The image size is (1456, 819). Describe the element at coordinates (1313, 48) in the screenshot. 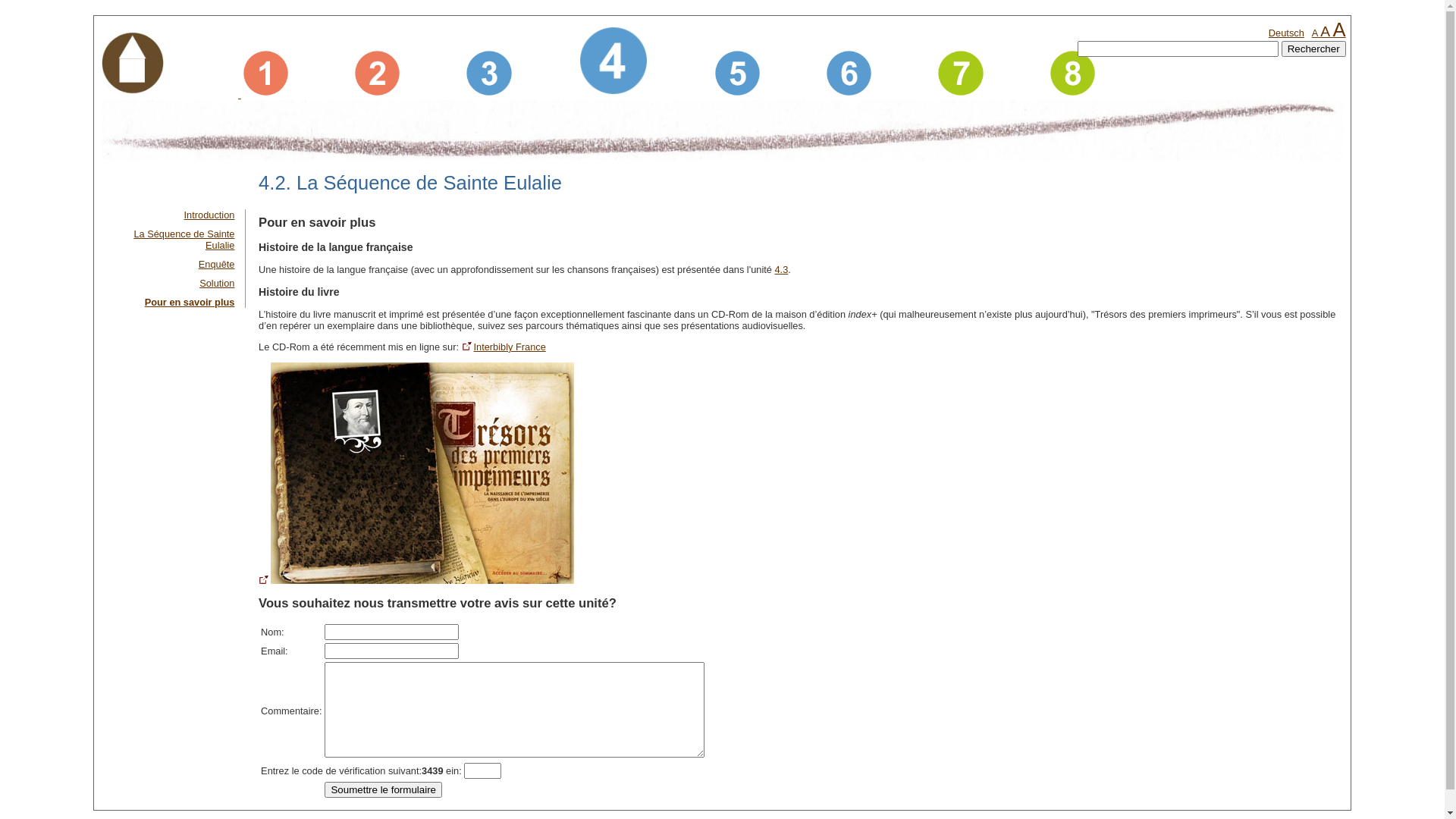

I see `'Rechercher'` at that location.